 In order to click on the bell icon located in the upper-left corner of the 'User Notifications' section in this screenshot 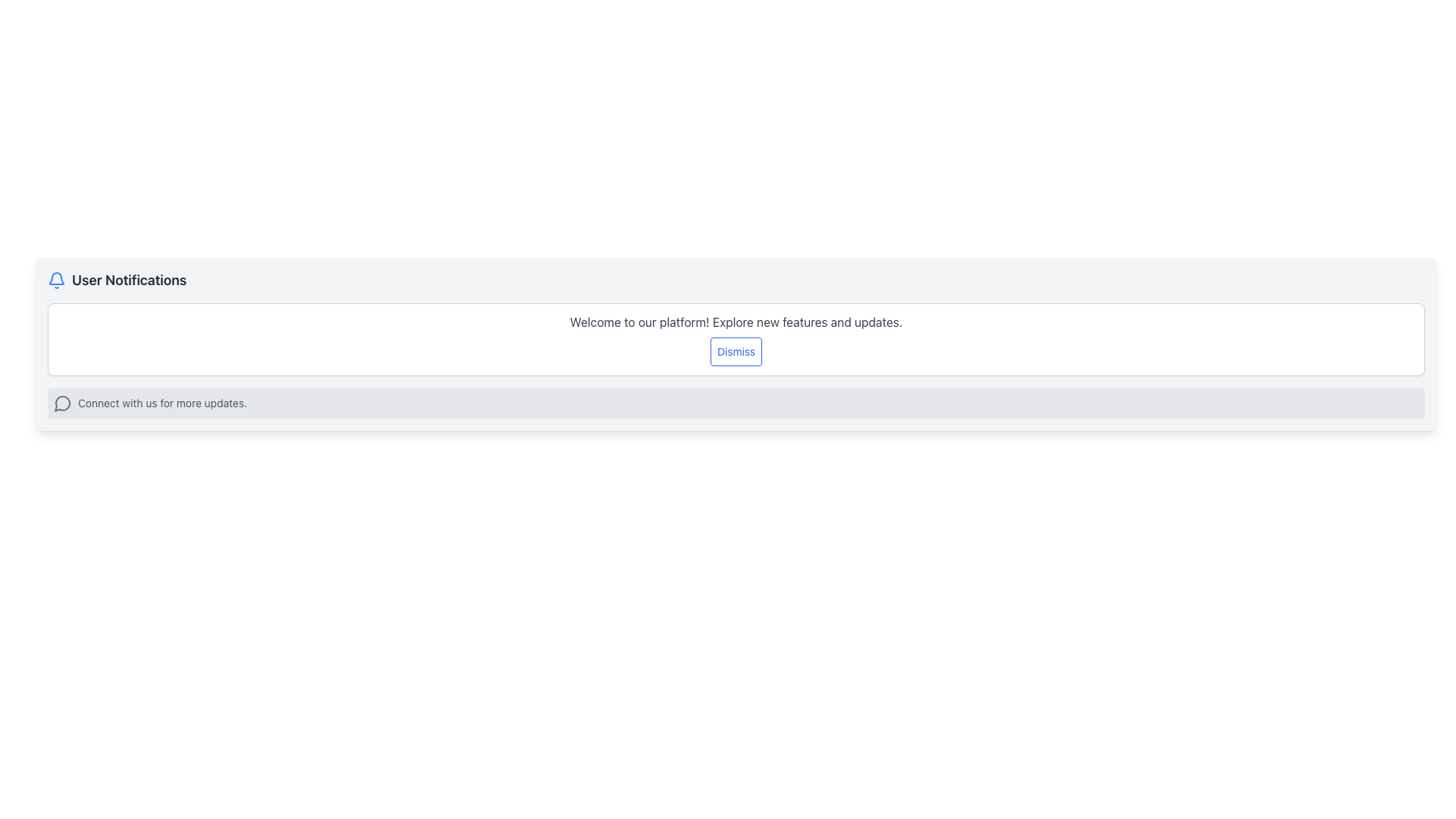, I will do `click(57, 281)`.